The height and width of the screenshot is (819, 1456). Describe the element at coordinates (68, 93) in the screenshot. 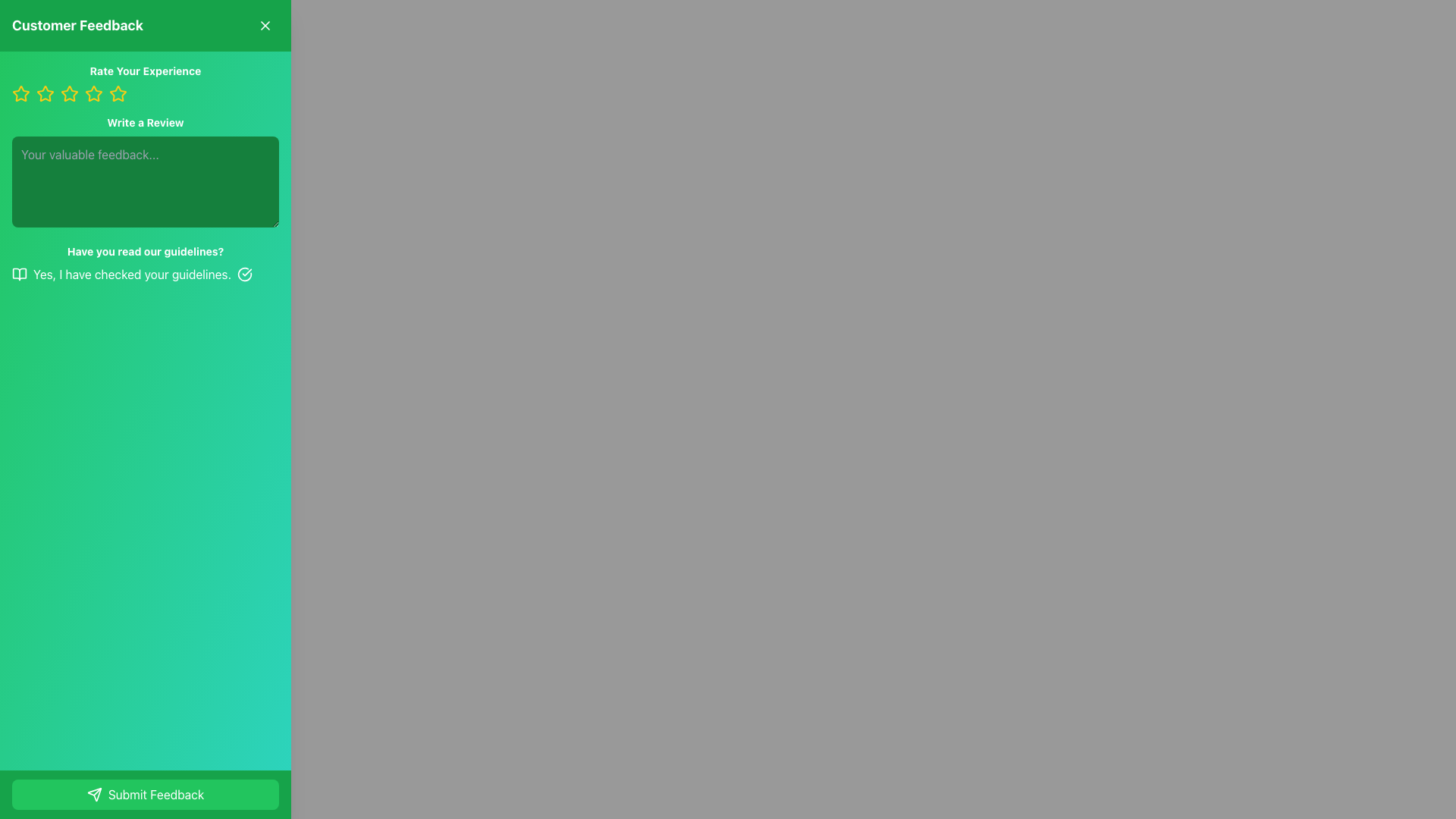

I see `the fourth star icon in the rating mechanism located below 'Rate Your Experience' and above 'Write a Review'` at that location.